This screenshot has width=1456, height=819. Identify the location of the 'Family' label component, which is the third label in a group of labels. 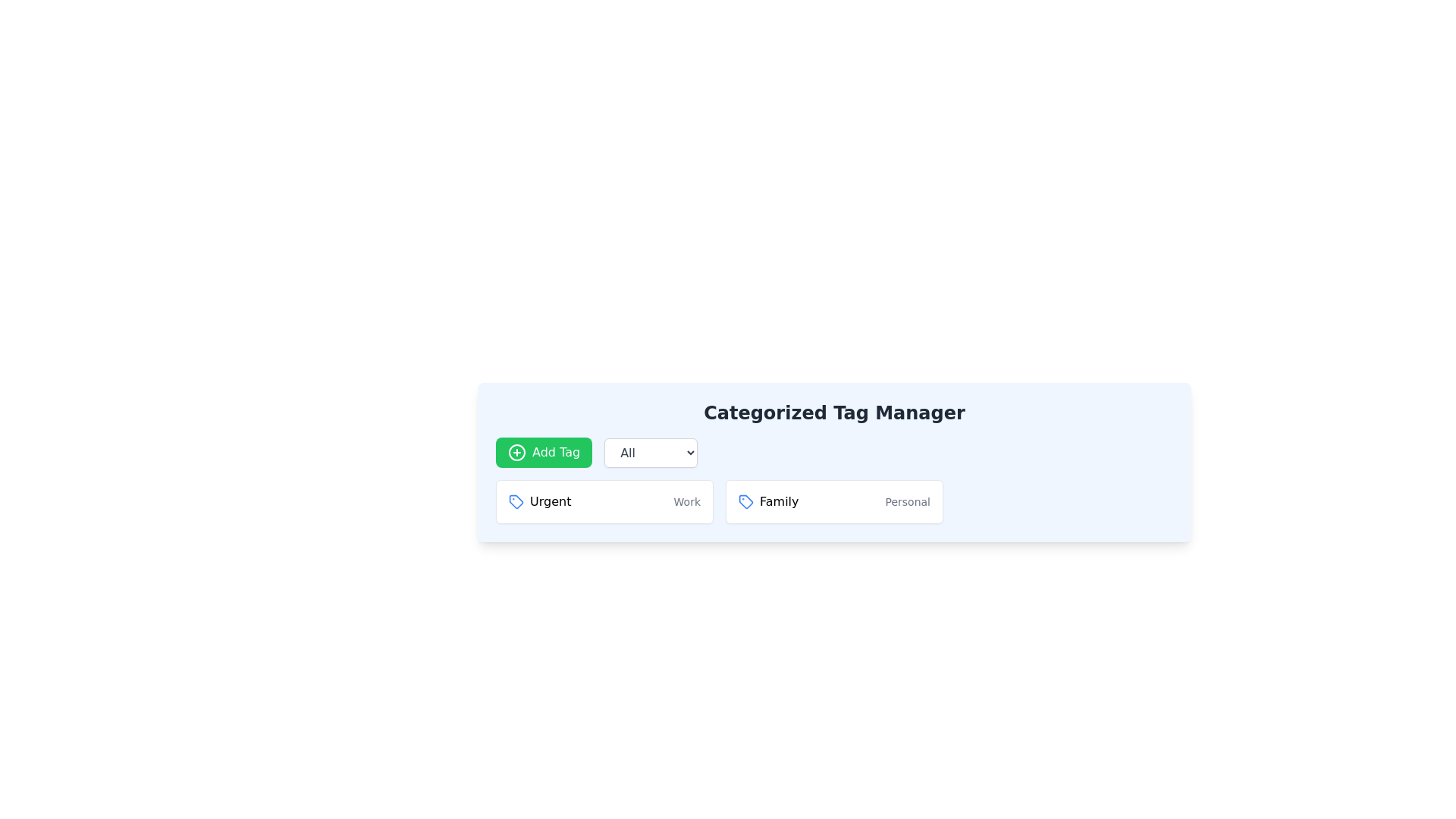
(768, 502).